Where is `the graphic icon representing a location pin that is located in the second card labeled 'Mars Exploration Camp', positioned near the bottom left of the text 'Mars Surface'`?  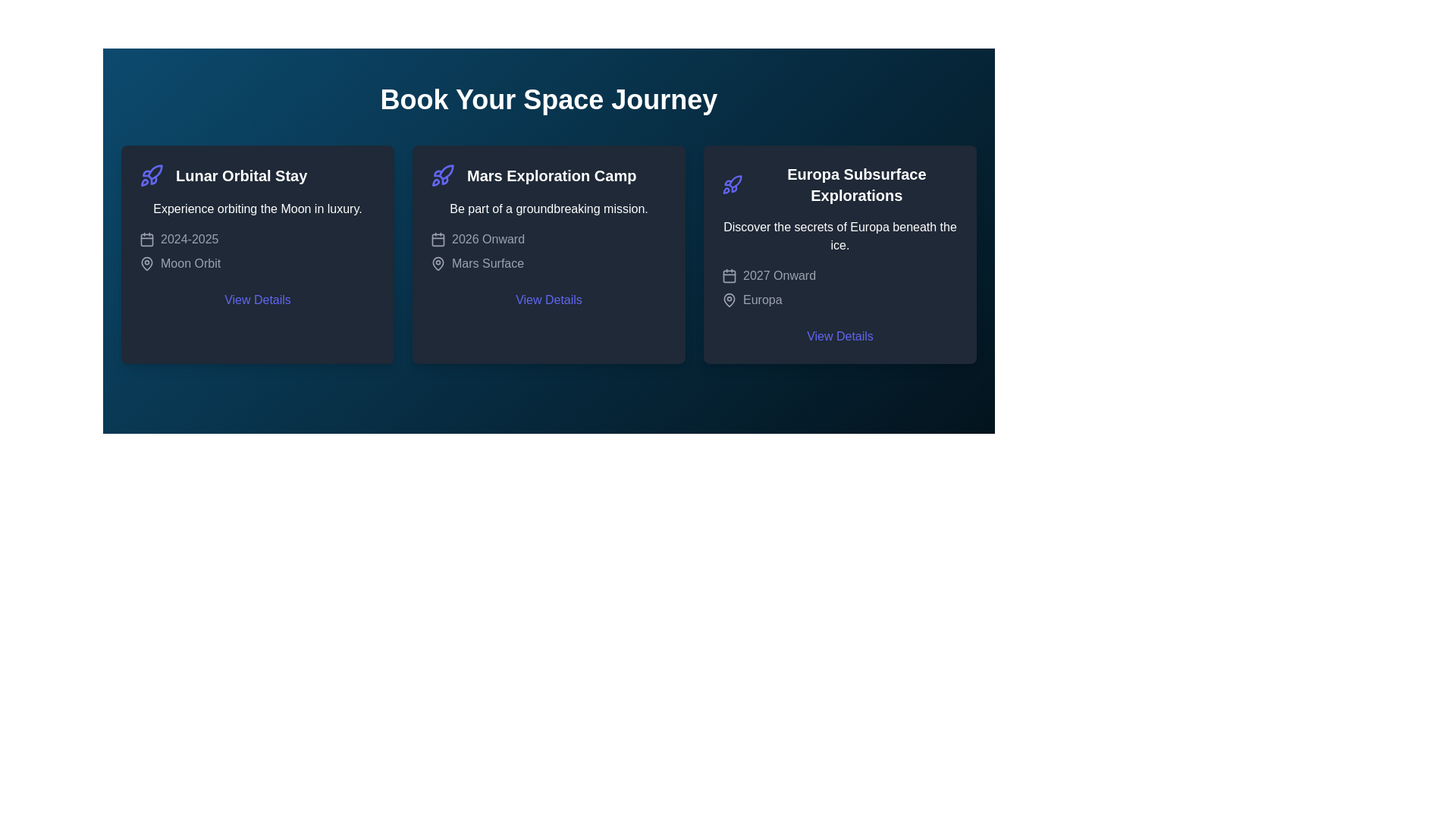 the graphic icon representing a location pin that is located in the second card labeled 'Mars Exploration Camp', positioned near the bottom left of the text 'Mars Surface' is located at coordinates (437, 262).